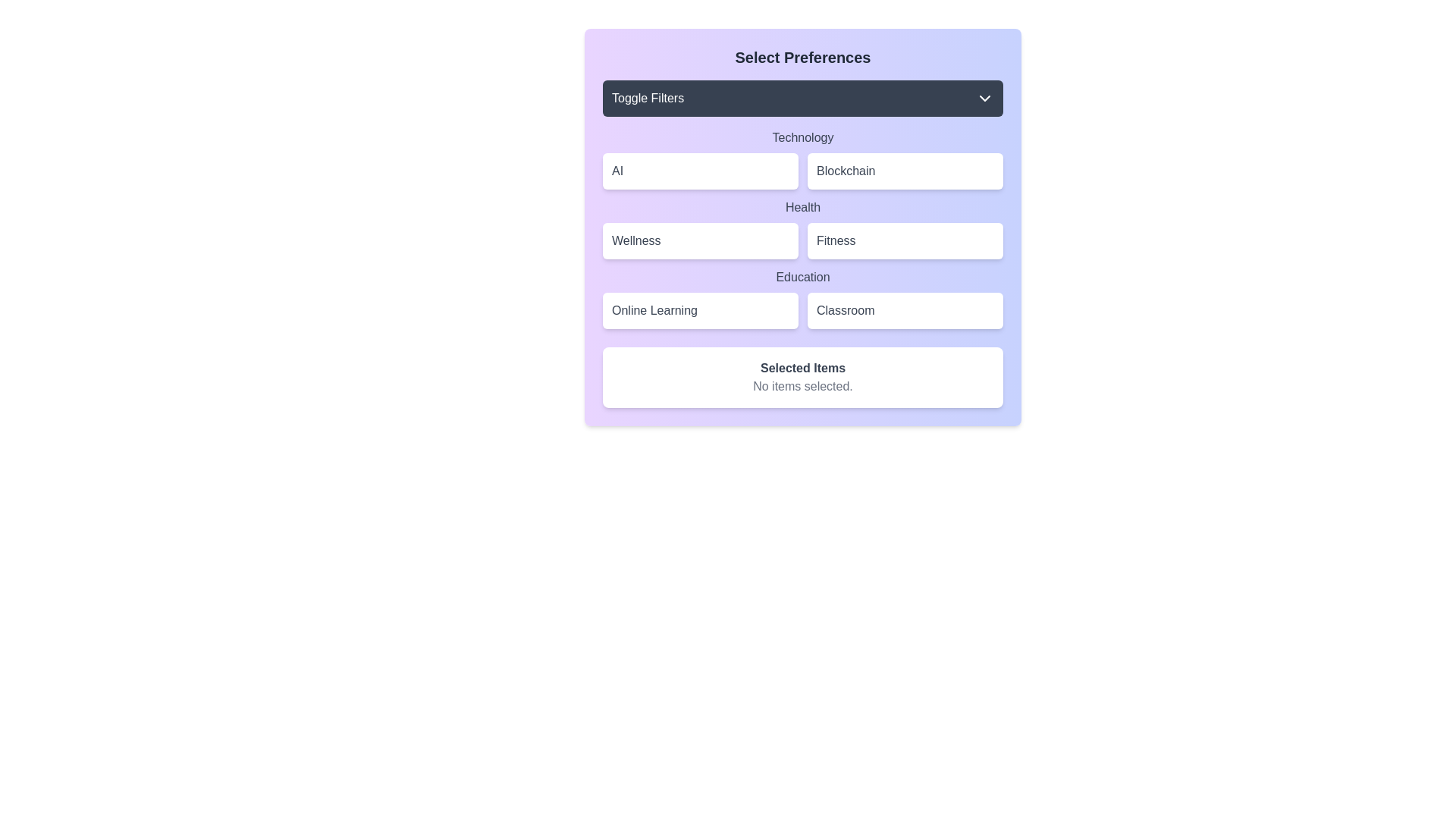 This screenshot has height=819, width=1456. What do you see at coordinates (648, 99) in the screenshot?
I see `the text label that indicates the purpose of toggling filter options, located in the top-left corner of a dark header area, aligned to the left and preceding a chevron icon` at bounding box center [648, 99].